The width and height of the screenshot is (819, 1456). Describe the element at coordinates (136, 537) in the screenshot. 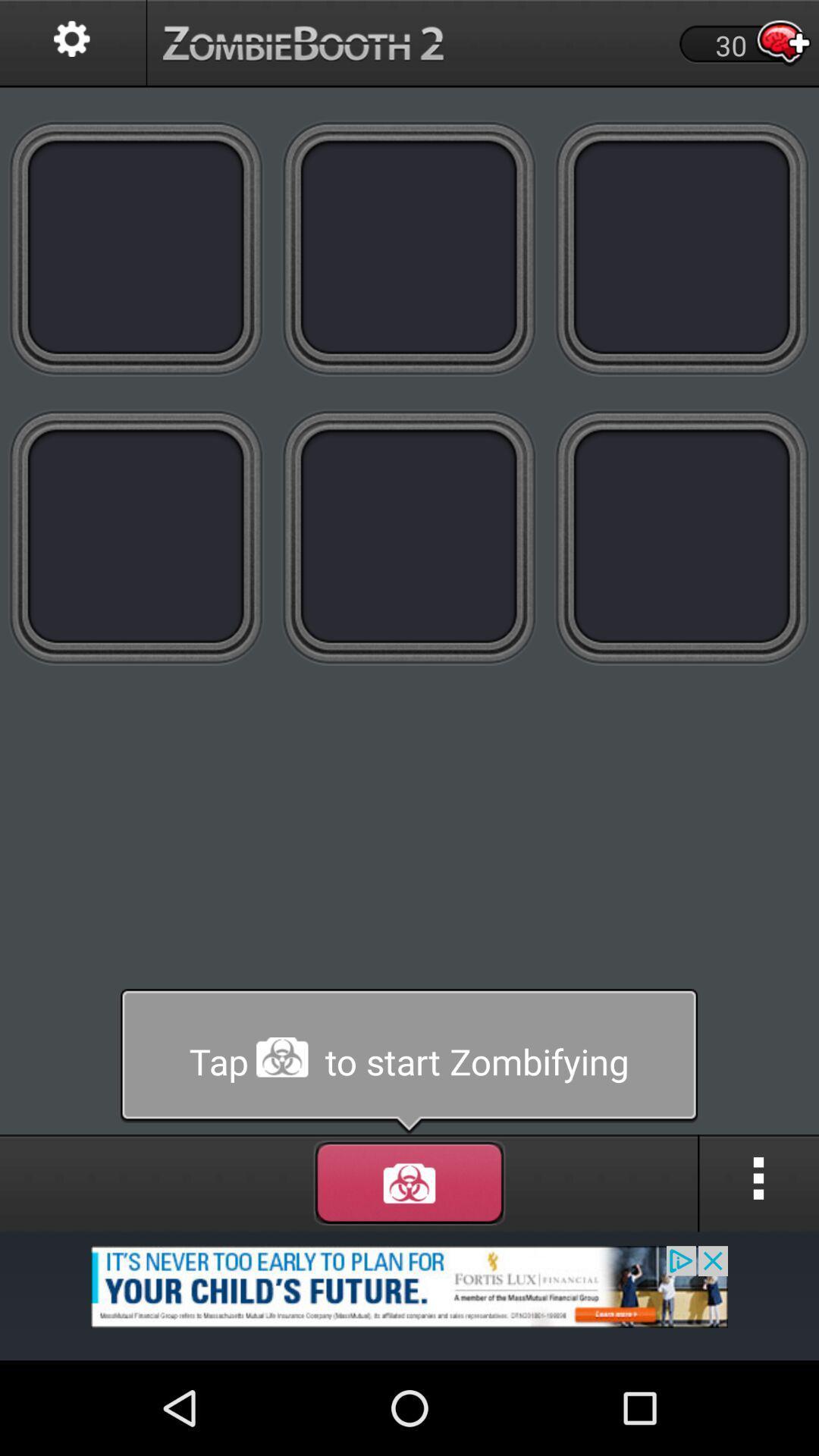

I see `saved slots` at that location.